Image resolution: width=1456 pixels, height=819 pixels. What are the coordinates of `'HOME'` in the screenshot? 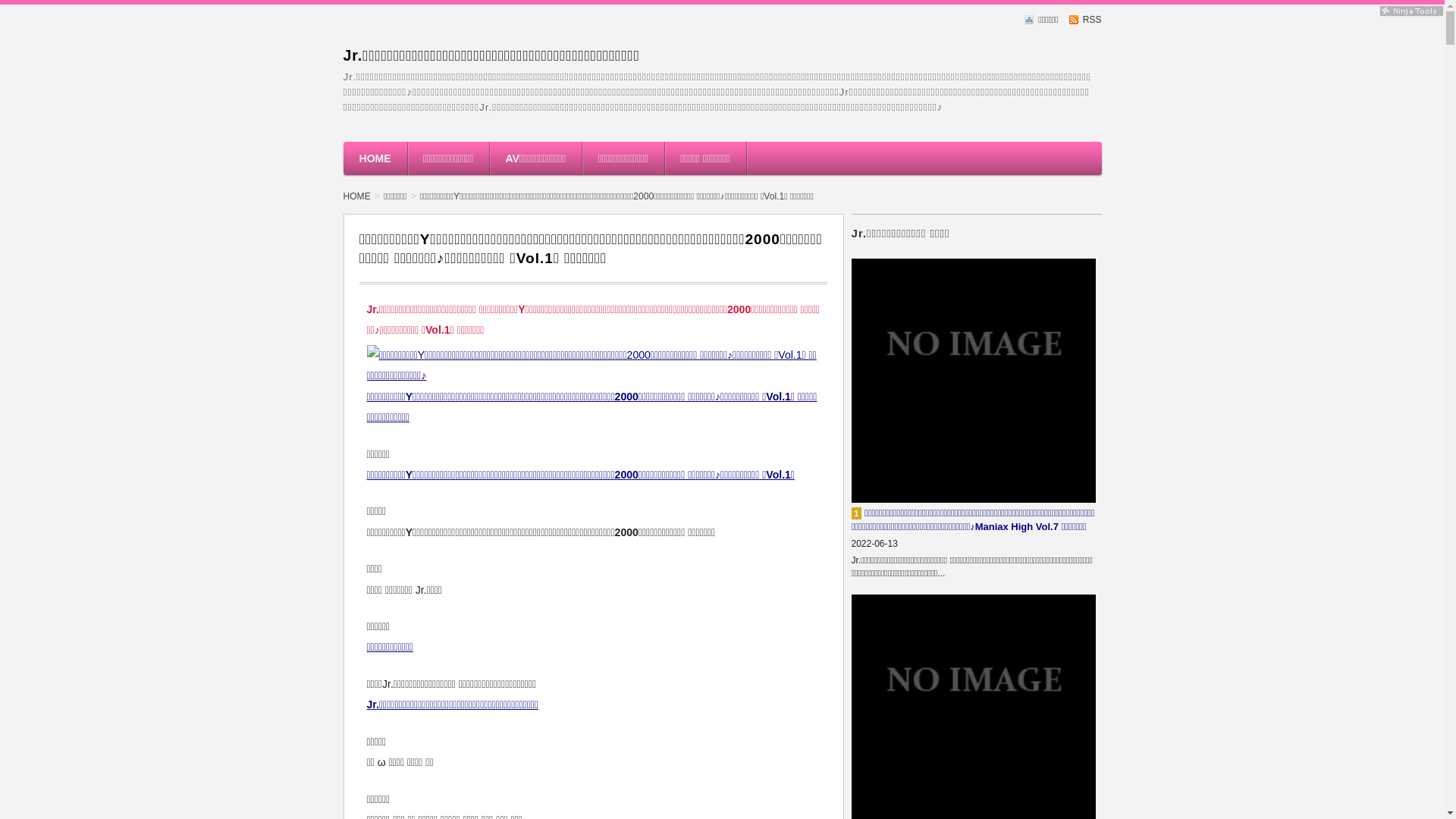 It's located at (359, 195).